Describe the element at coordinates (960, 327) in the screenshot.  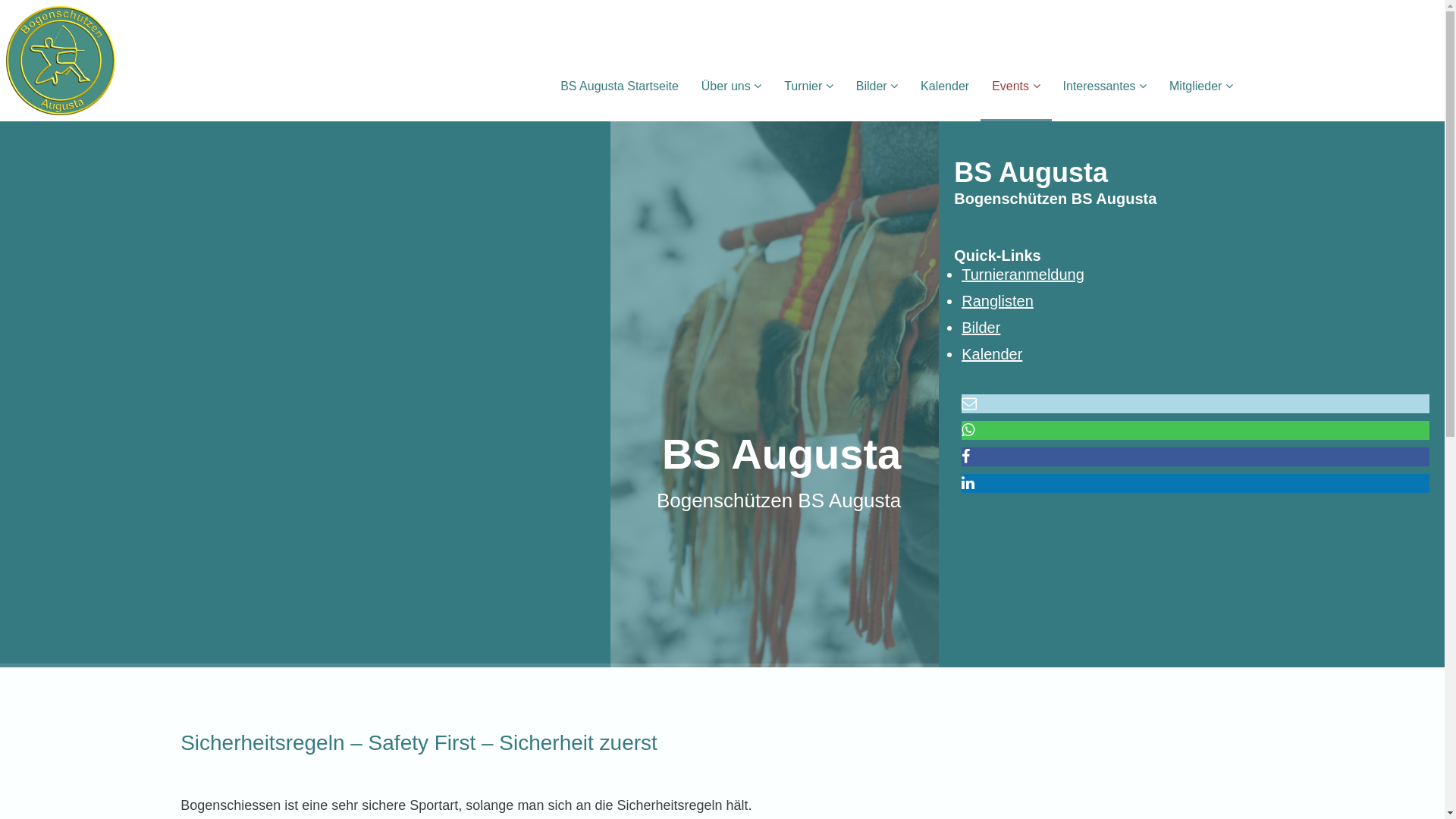
I see `'Bilder'` at that location.